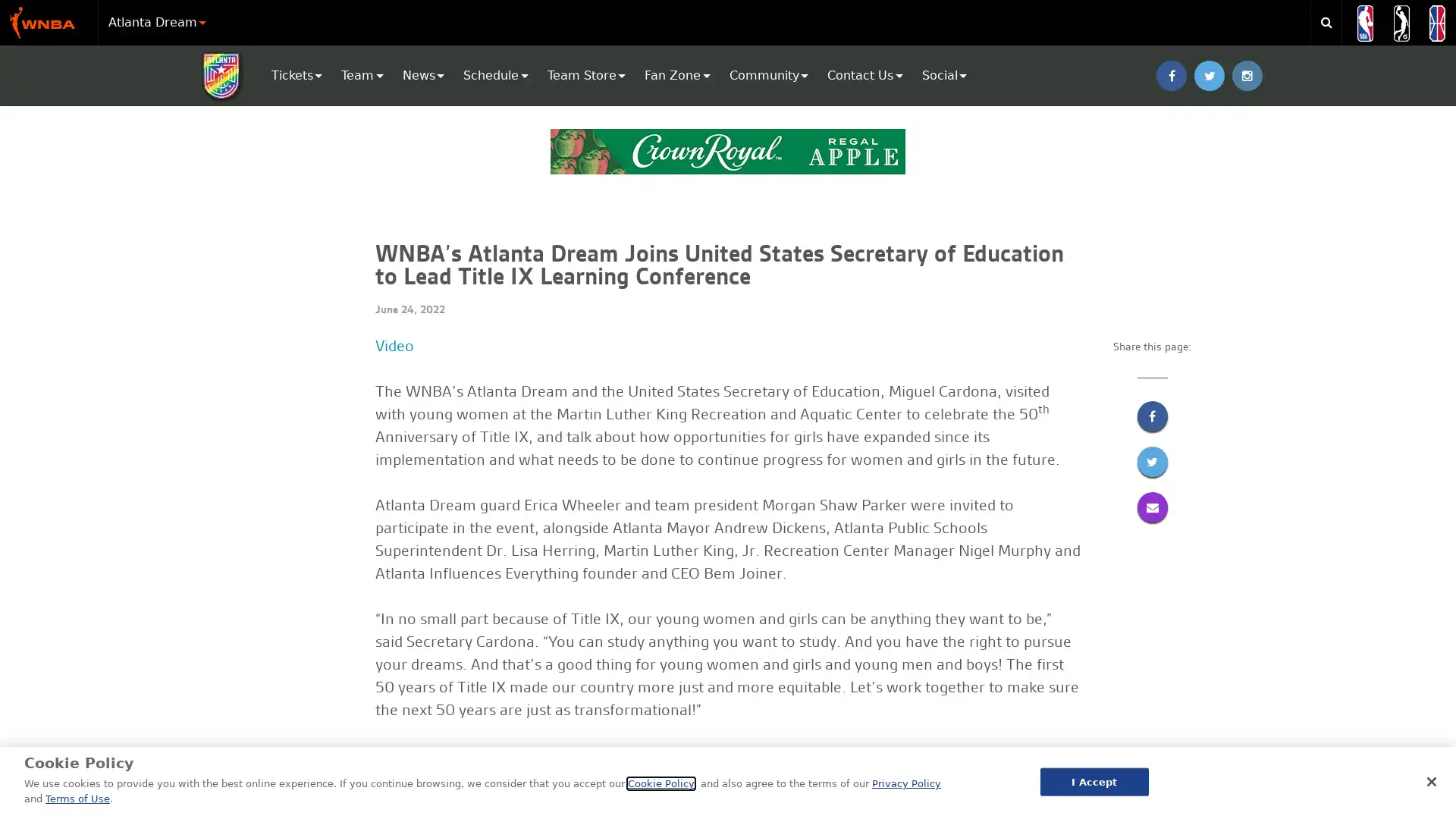 This screenshot has width=1456, height=819. Describe the element at coordinates (1094, 781) in the screenshot. I see `I Accept` at that location.